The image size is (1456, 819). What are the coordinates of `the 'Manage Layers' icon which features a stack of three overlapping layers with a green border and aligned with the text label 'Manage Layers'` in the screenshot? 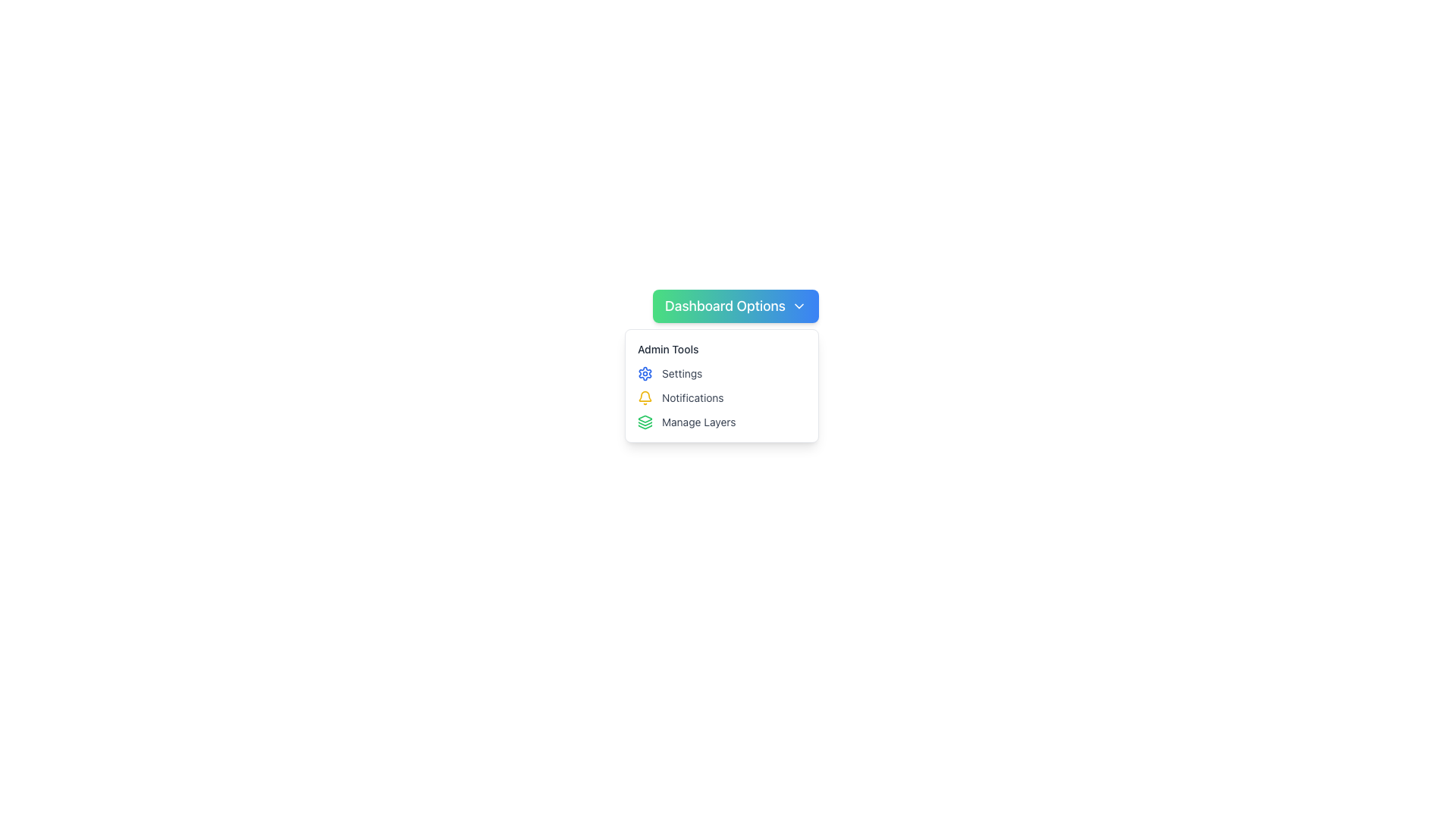 It's located at (645, 422).